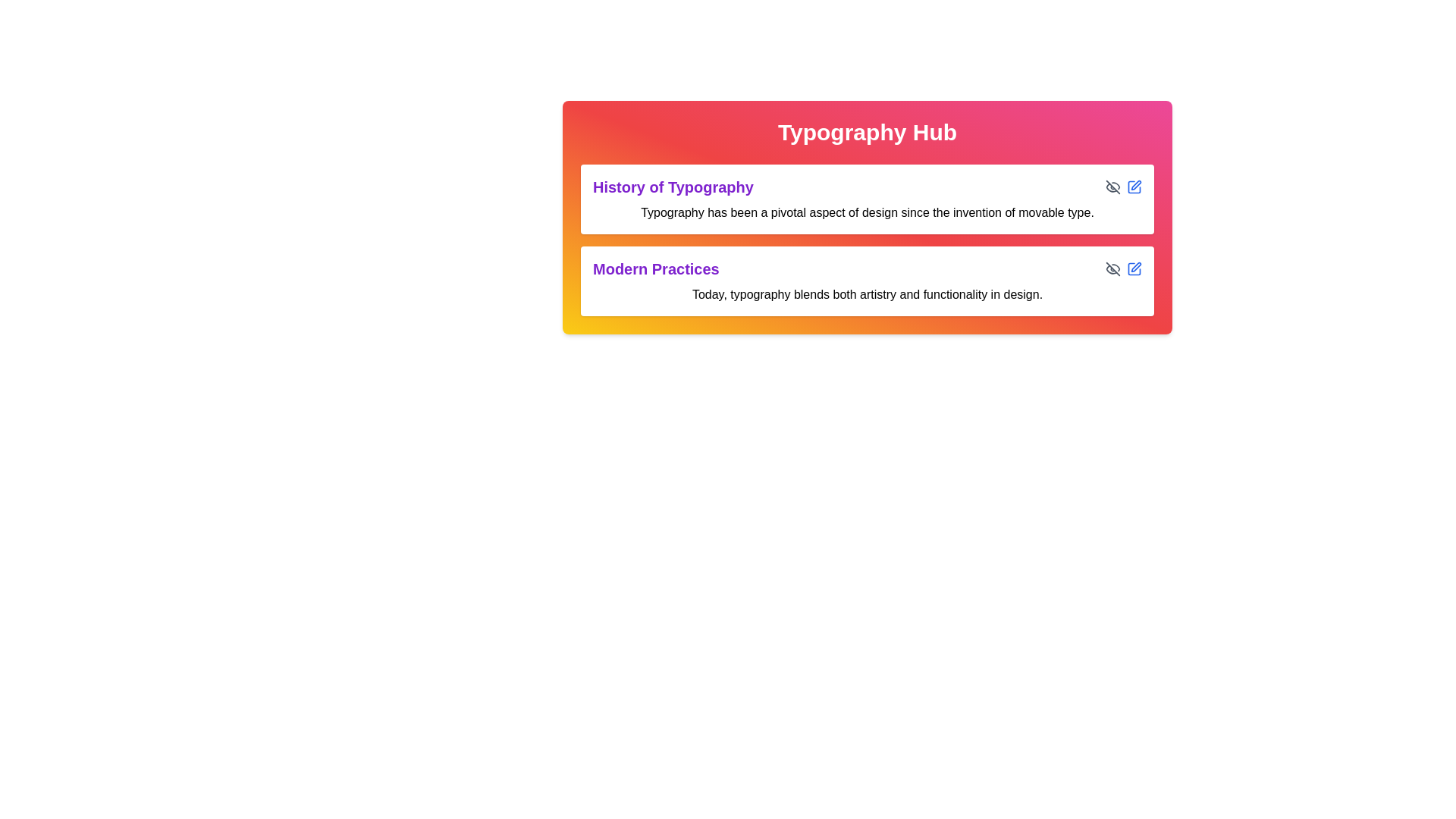  Describe the element at coordinates (1134, 186) in the screenshot. I see `the blue pen icon button located to the right of the 'History of Typography' title in the Typography Hub section` at that location.